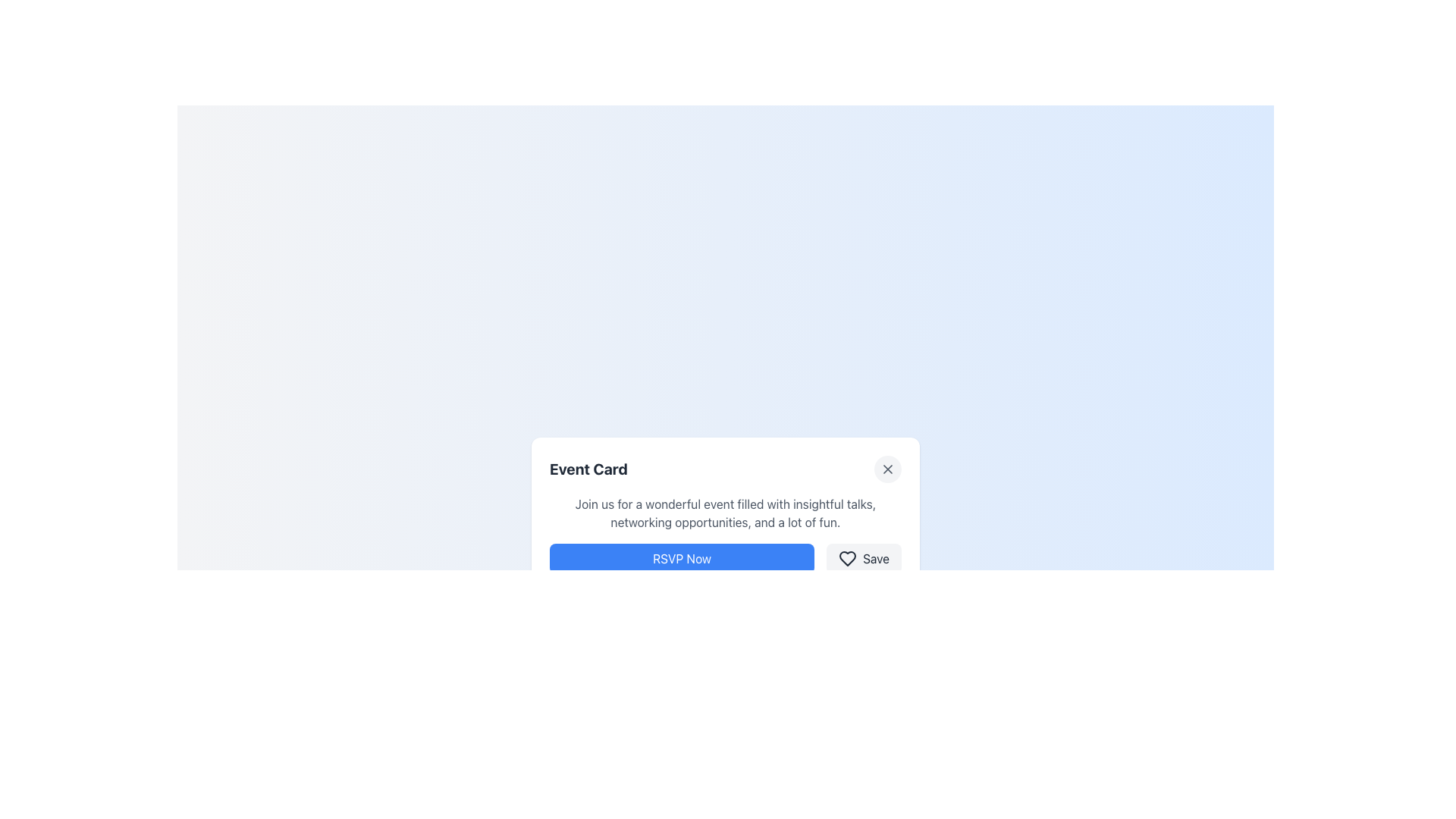 The image size is (1456, 819). What do you see at coordinates (888, 468) in the screenshot?
I see `the close button icon located in the top-right corner of the card` at bounding box center [888, 468].